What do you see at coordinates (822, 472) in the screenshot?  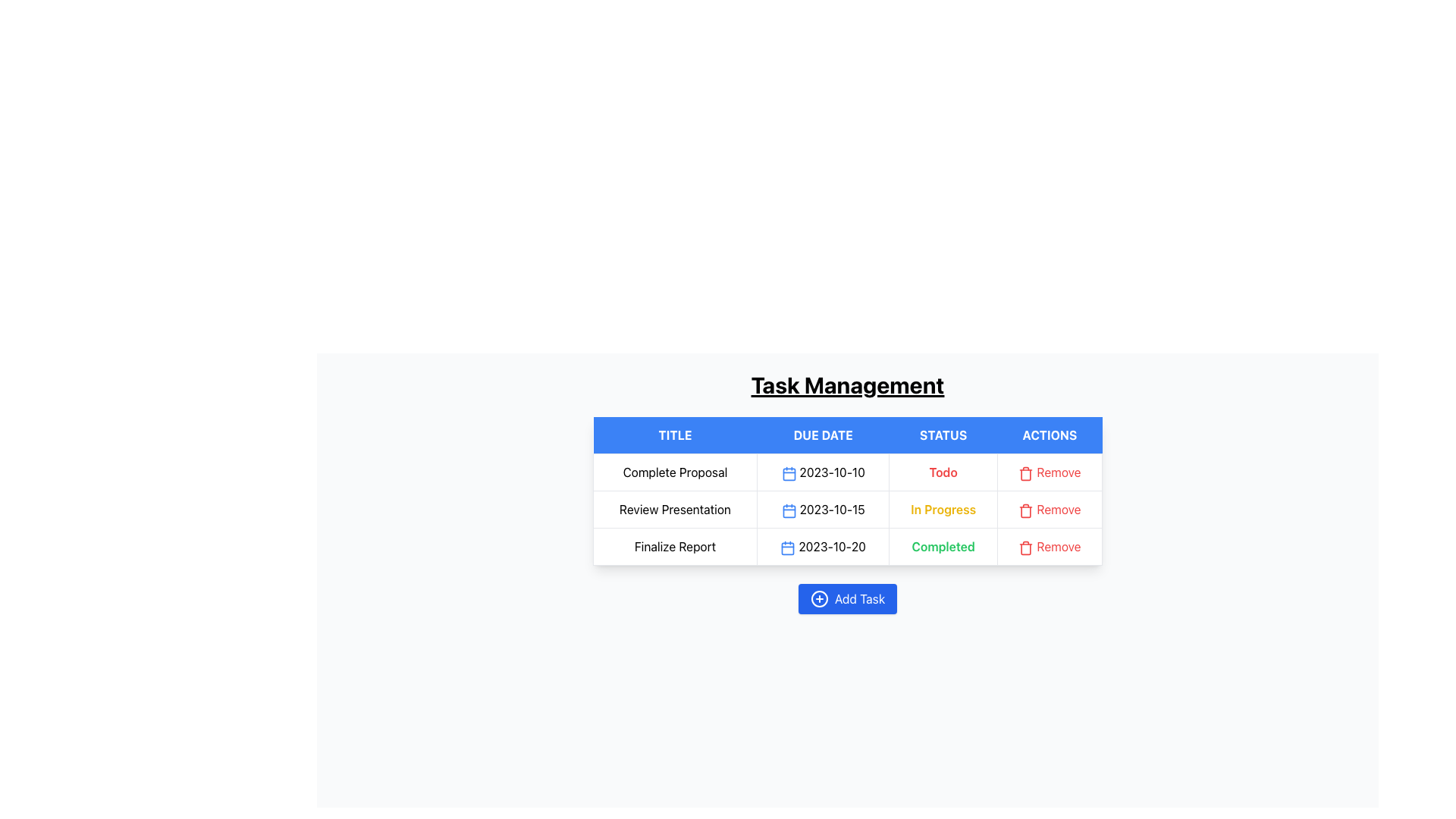 I see `the Date display with icon located in the second column, first row under the 'DUE DATE' header to interact with the due date for a task` at bounding box center [822, 472].